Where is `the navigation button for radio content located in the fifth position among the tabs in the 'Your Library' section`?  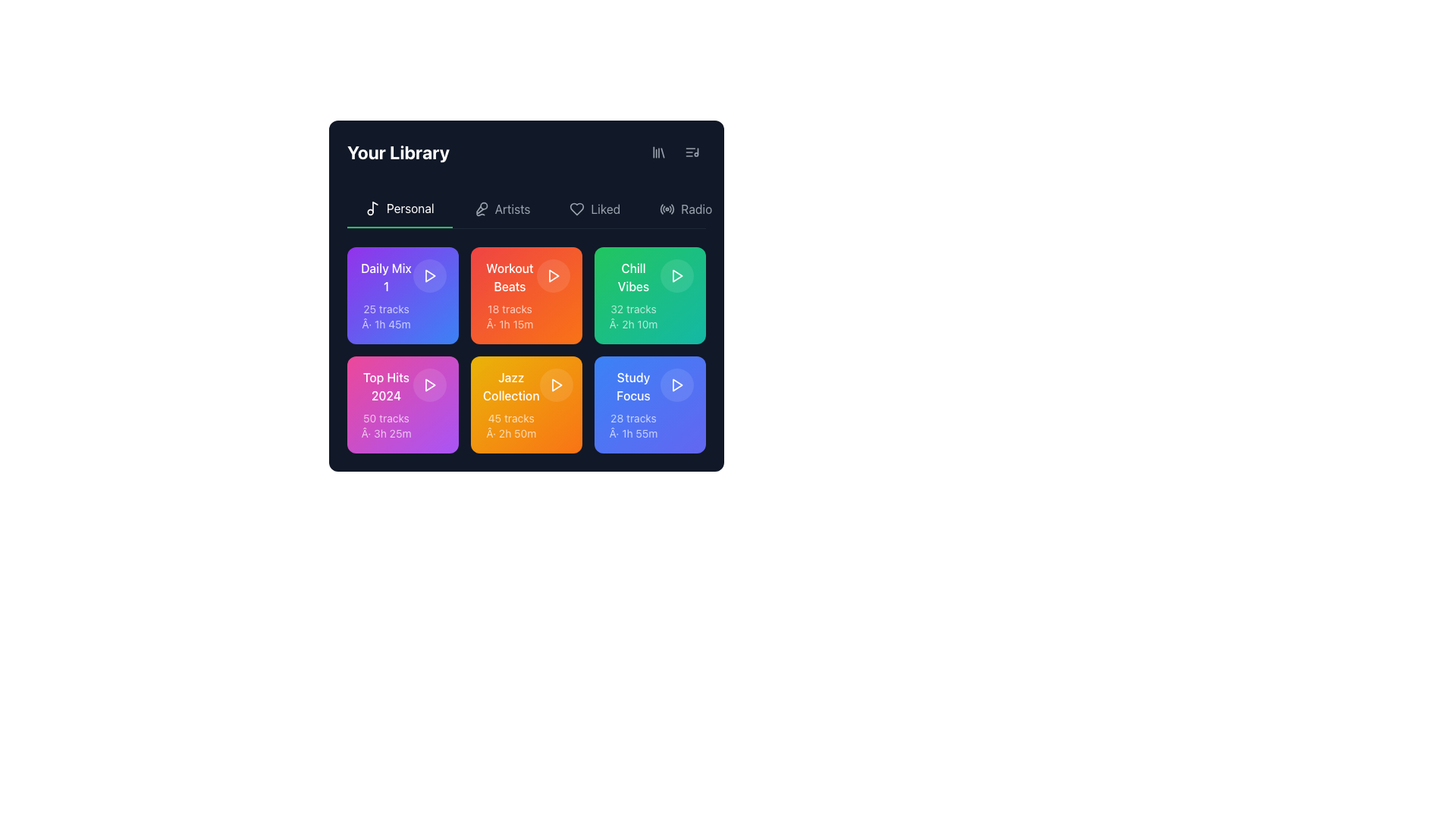 the navigation button for radio content located in the fifth position among the tabs in the 'Your Library' section is located at coordinates (685, 209).